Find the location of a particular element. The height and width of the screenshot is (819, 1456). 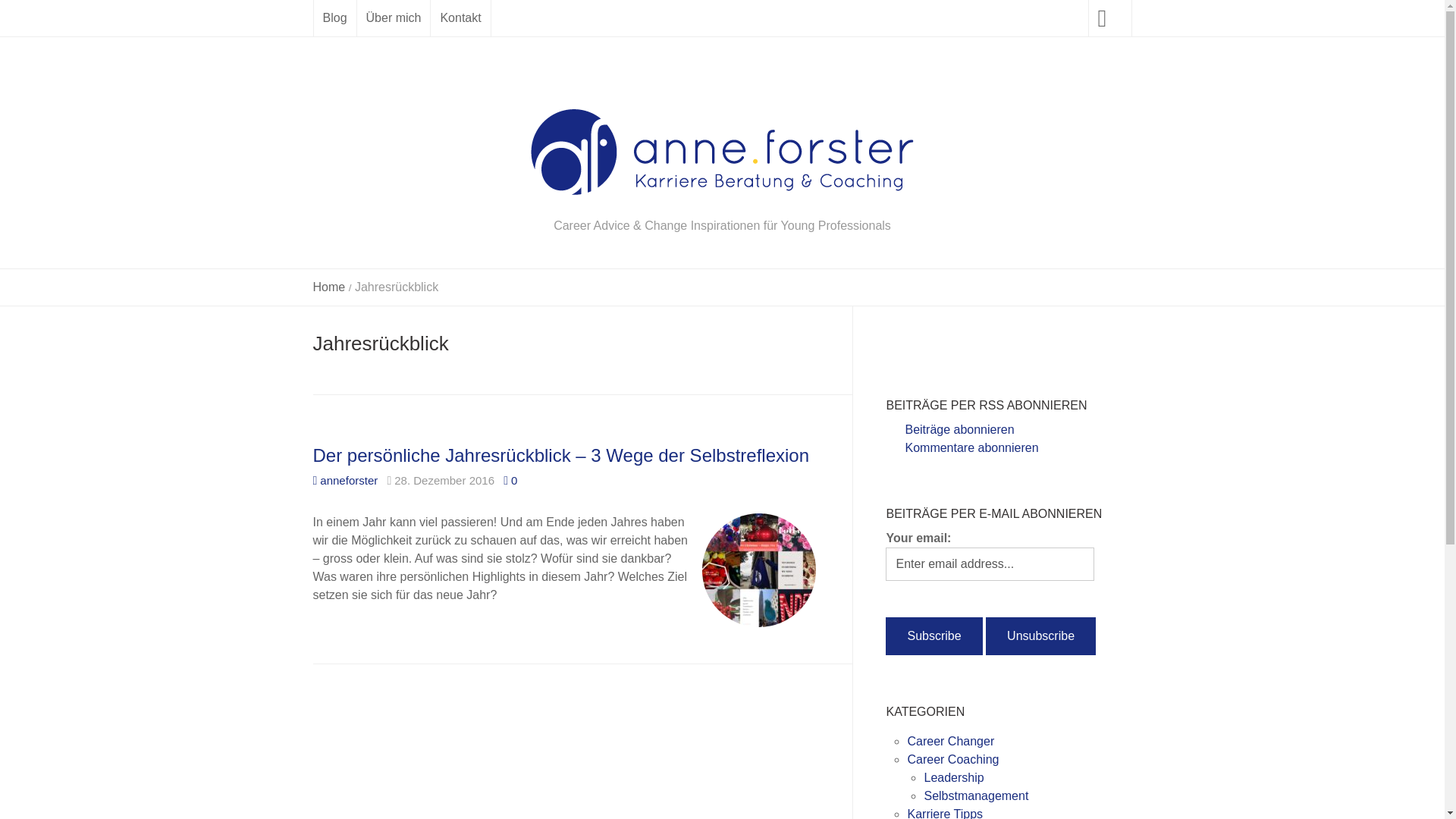

'Leadership' is located at coordinates (952, 777).